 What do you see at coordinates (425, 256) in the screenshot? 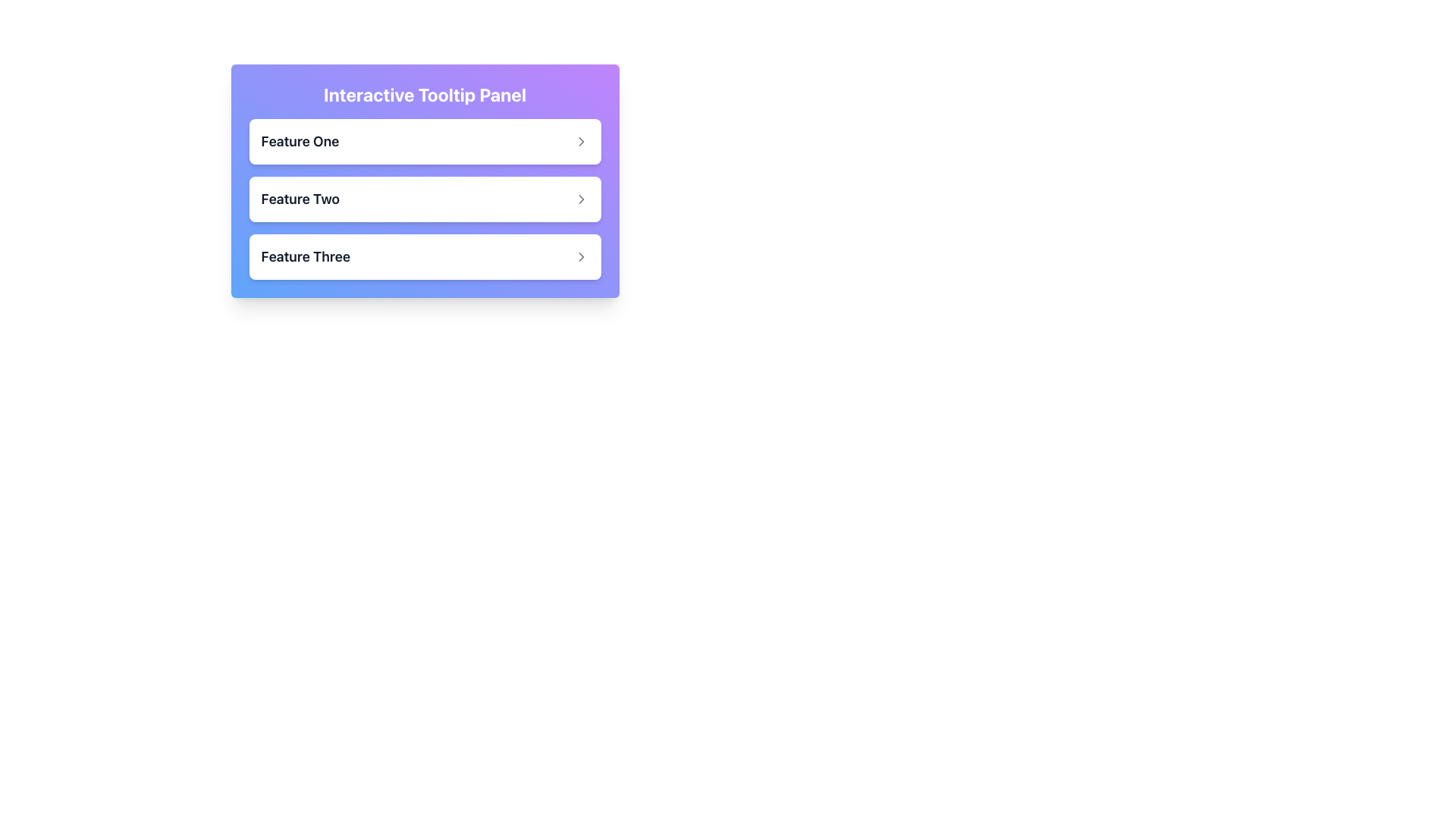
I see `the Interactive List Item for 'Feature Three'` at bounding box center [425, 256].